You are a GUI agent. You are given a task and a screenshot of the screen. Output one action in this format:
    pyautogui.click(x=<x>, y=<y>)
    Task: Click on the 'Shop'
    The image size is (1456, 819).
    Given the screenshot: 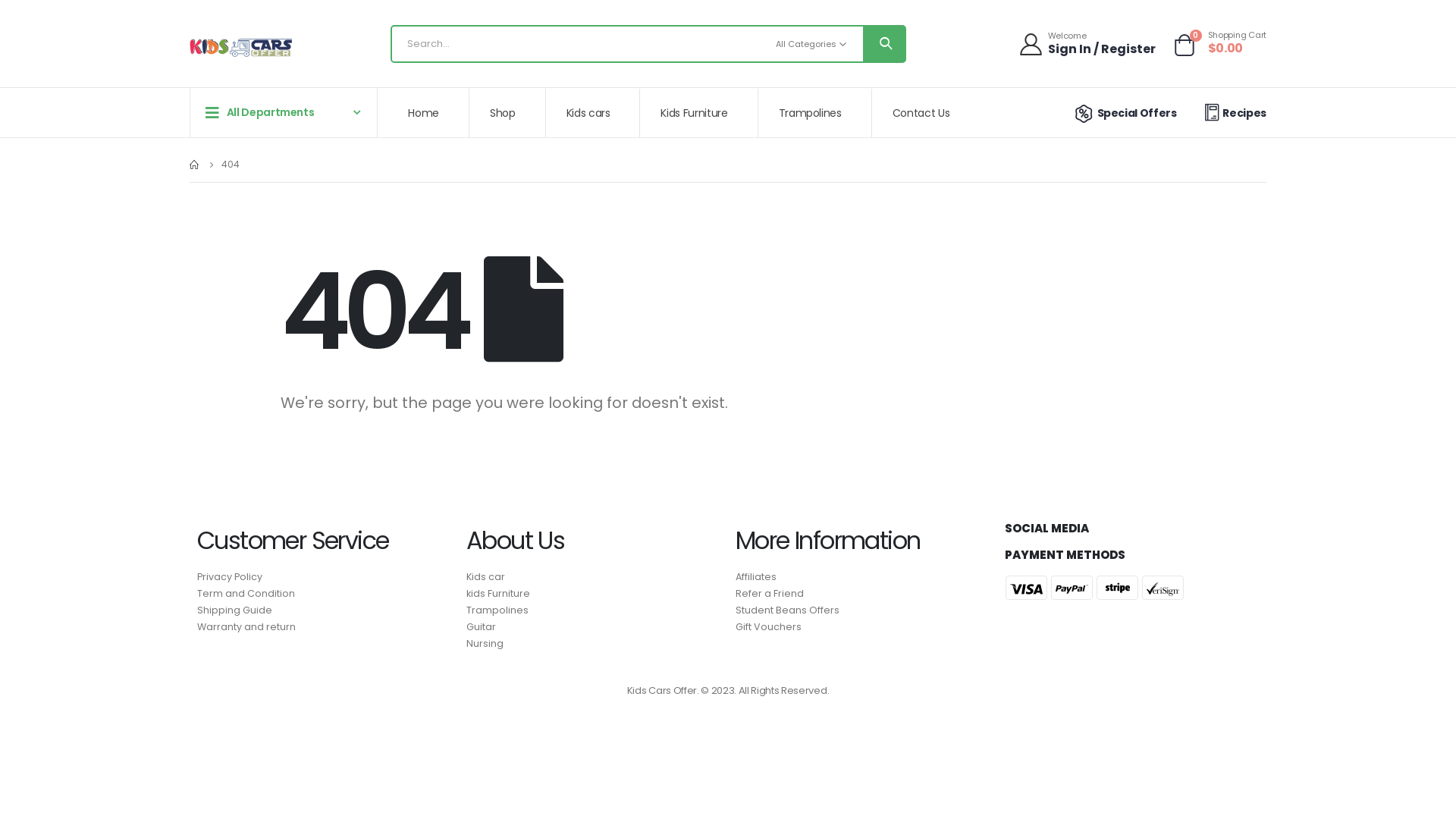 What is the action you would take?
    pyautogui.click(x=508, y=112)
    